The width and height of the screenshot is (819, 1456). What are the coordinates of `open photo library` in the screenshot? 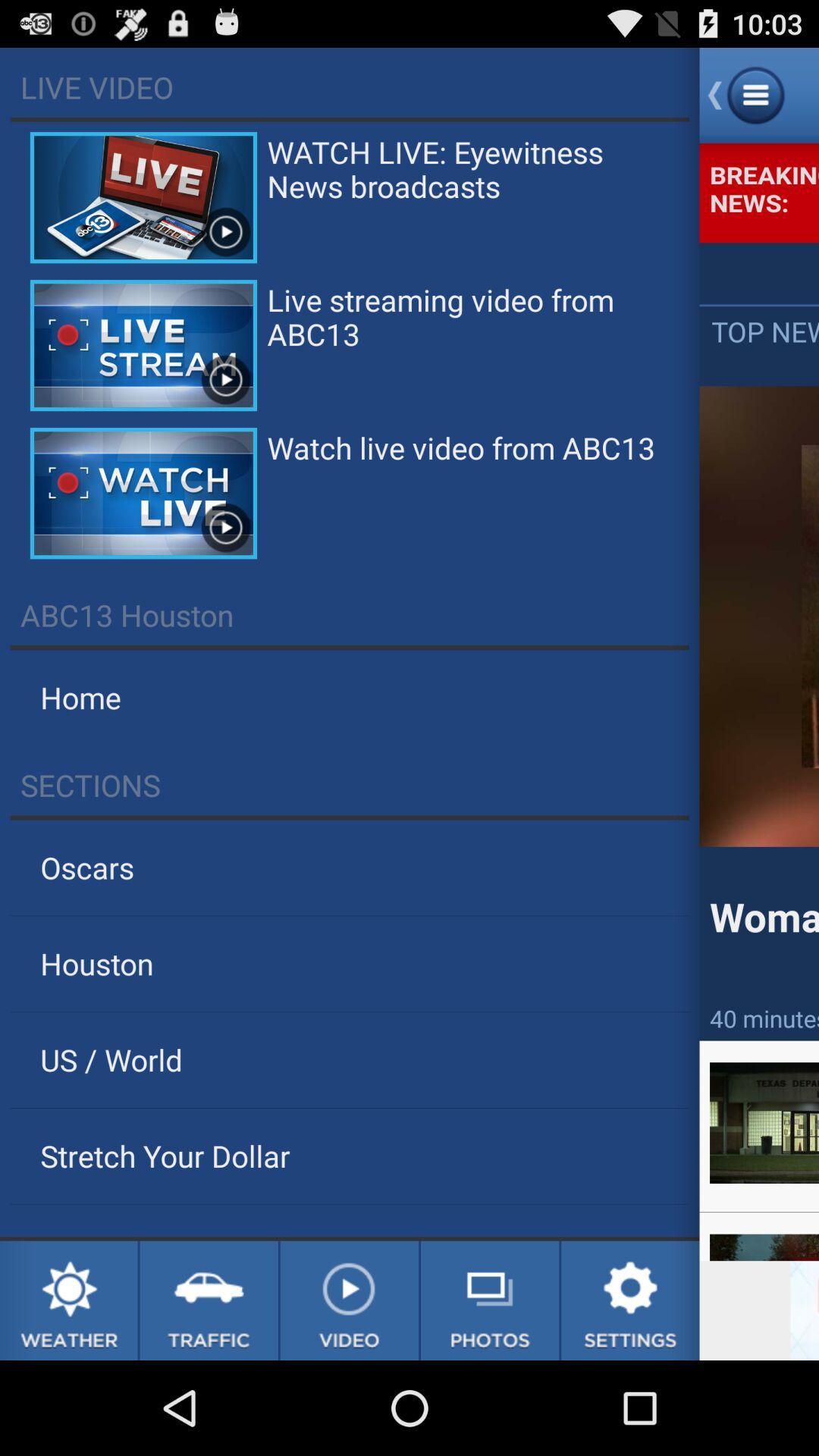 It's located at (490, 1300).